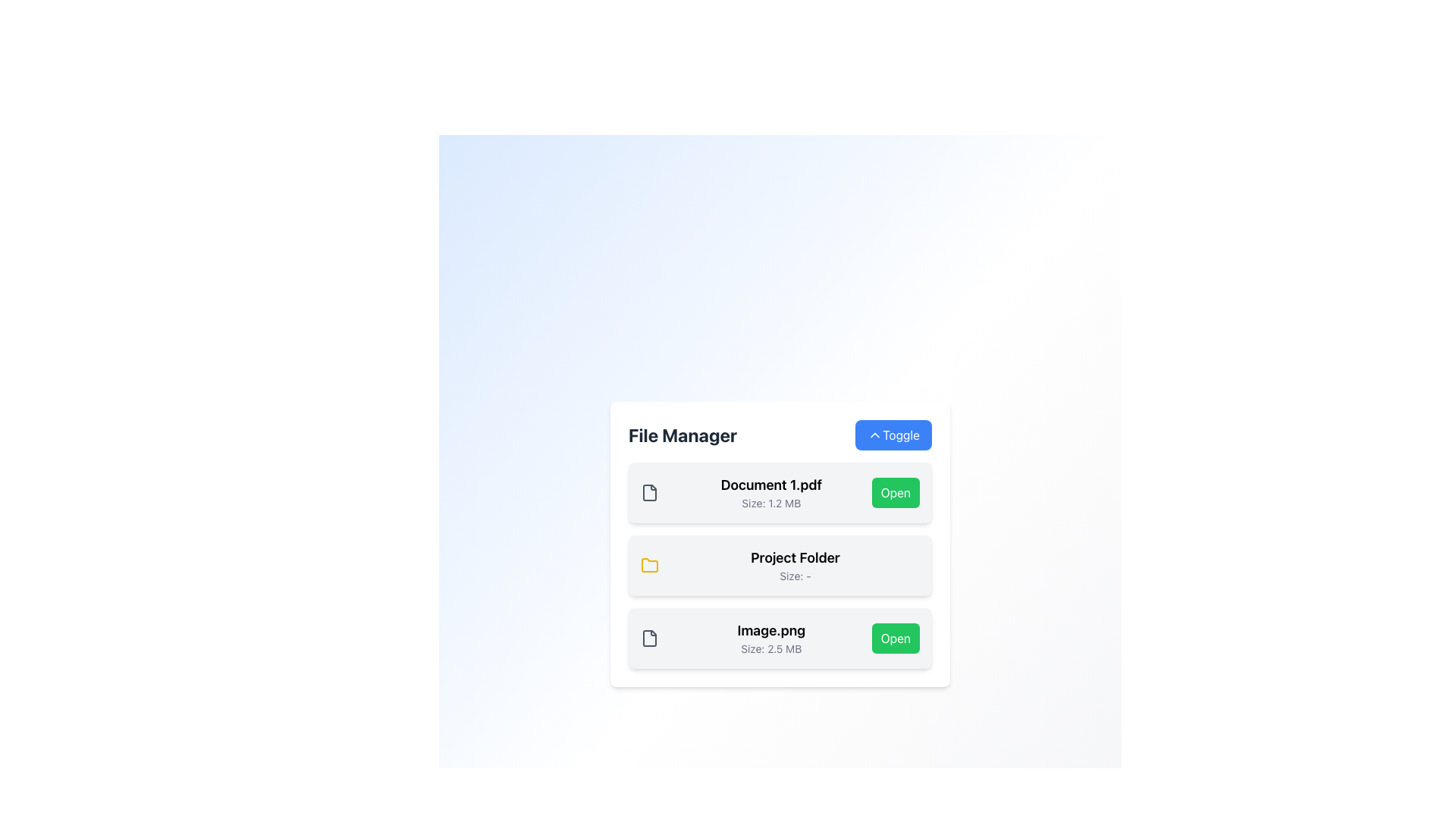 Image resolution: width=1456 pixels, height=819 pixels. What do you see at coordinates (771, 493) in the screenshot?
I see `the text block that displays the name and file size of 'Document 1.pdf' located in the first file listing card of the file manager interface` at bounding box center [771, 493].